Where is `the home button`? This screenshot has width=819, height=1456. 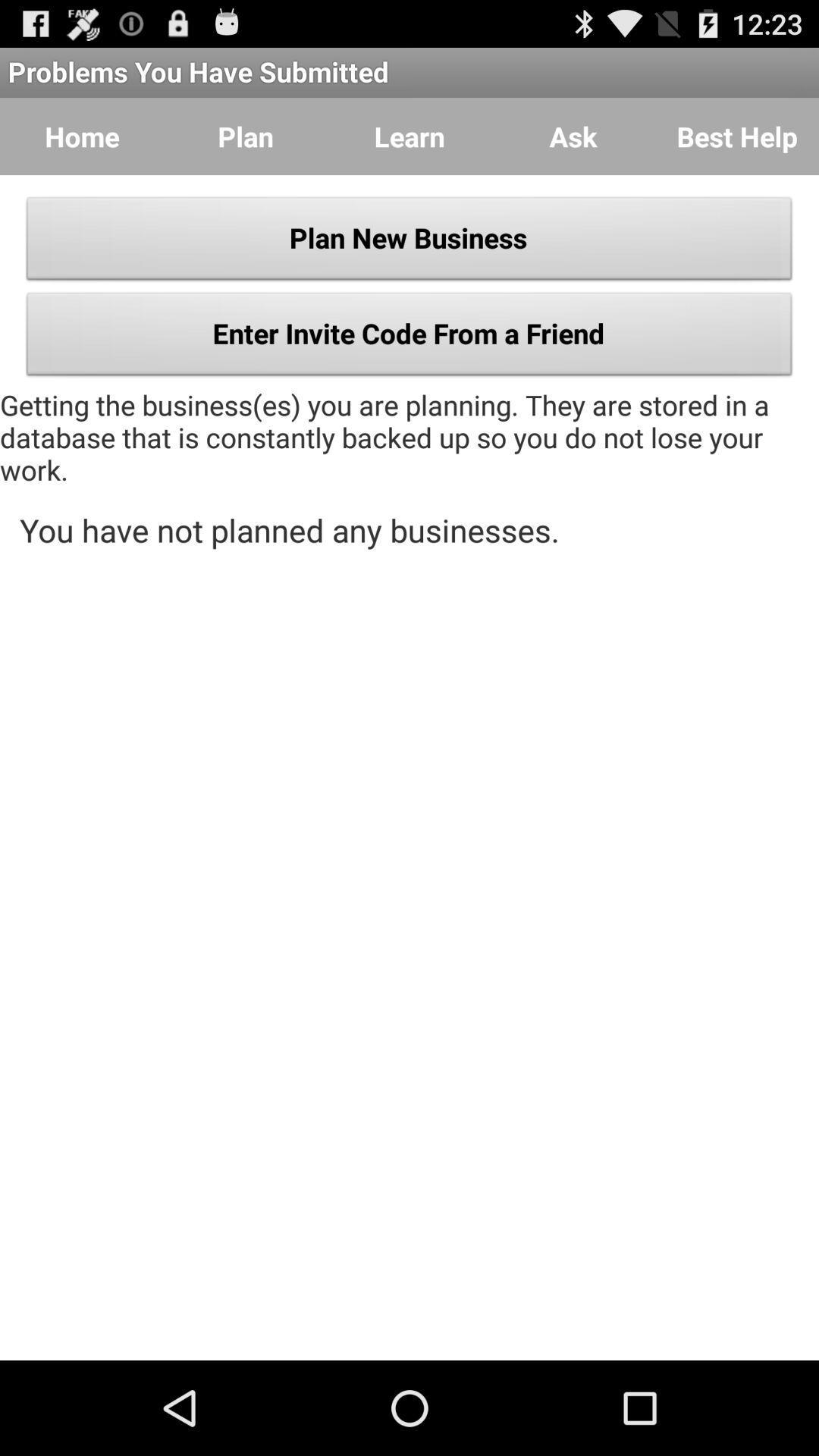
the home button is located at coordinates (82, 136).